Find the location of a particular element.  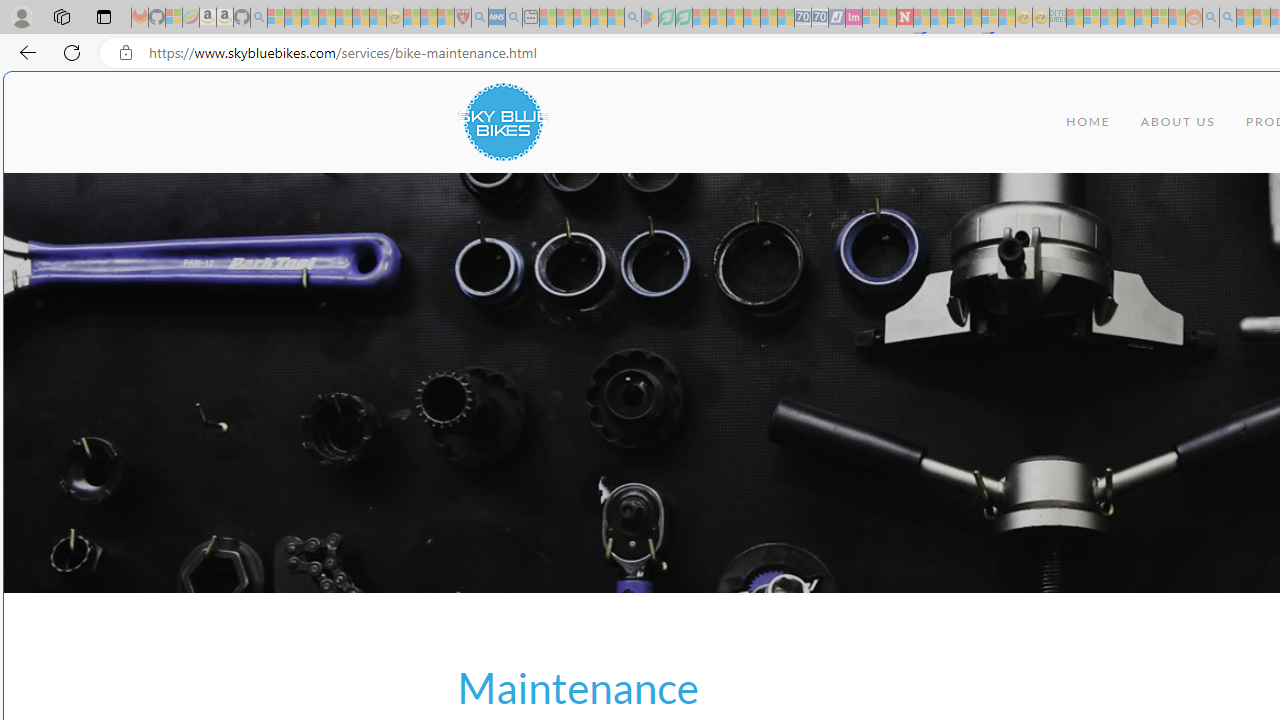

'Kinda Frugal - MSN - Sleeping' is located at coordinates (1143, 17).